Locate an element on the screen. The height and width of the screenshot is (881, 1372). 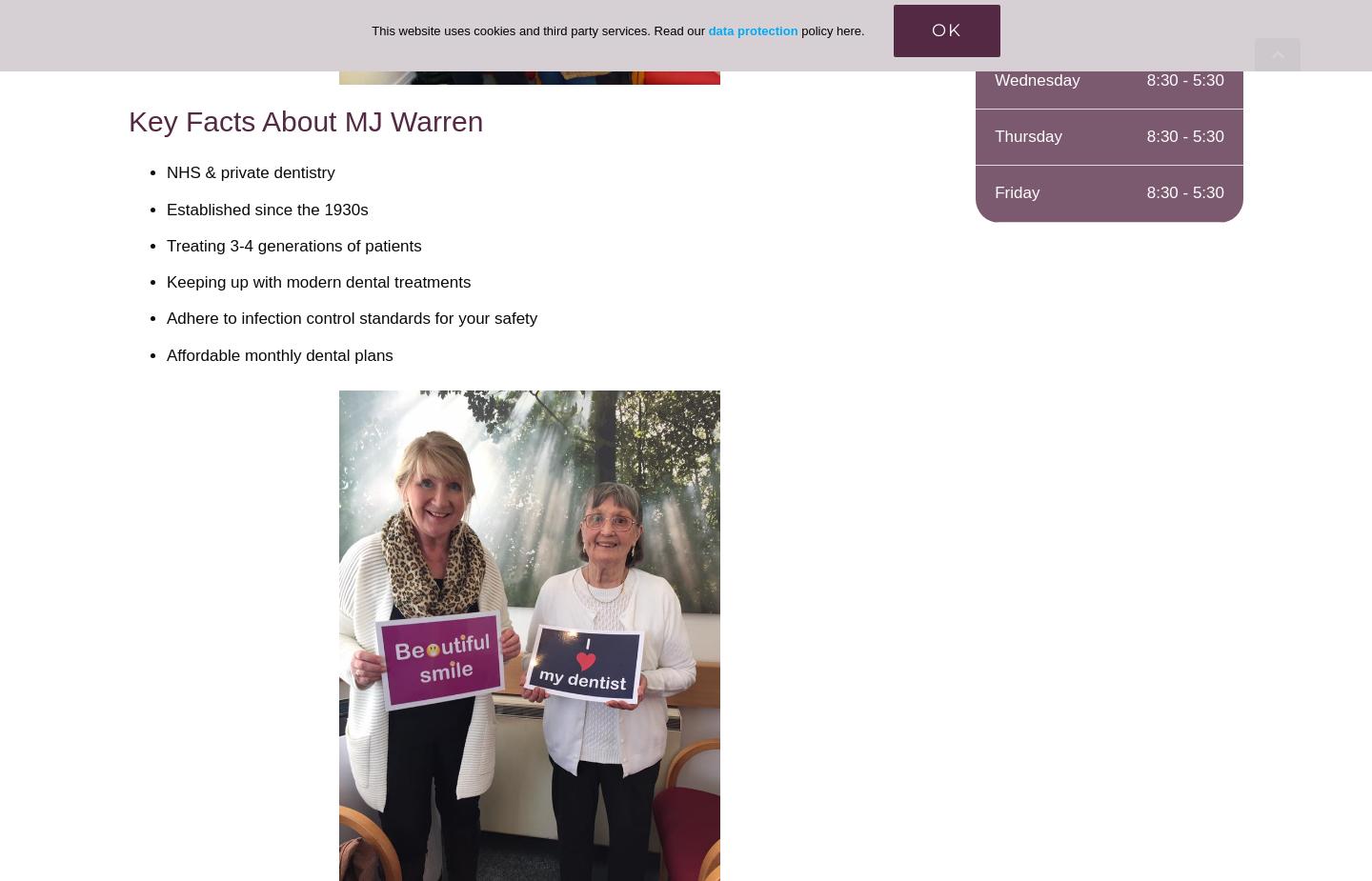
'Friday' is located at coordinates (1017, 191).